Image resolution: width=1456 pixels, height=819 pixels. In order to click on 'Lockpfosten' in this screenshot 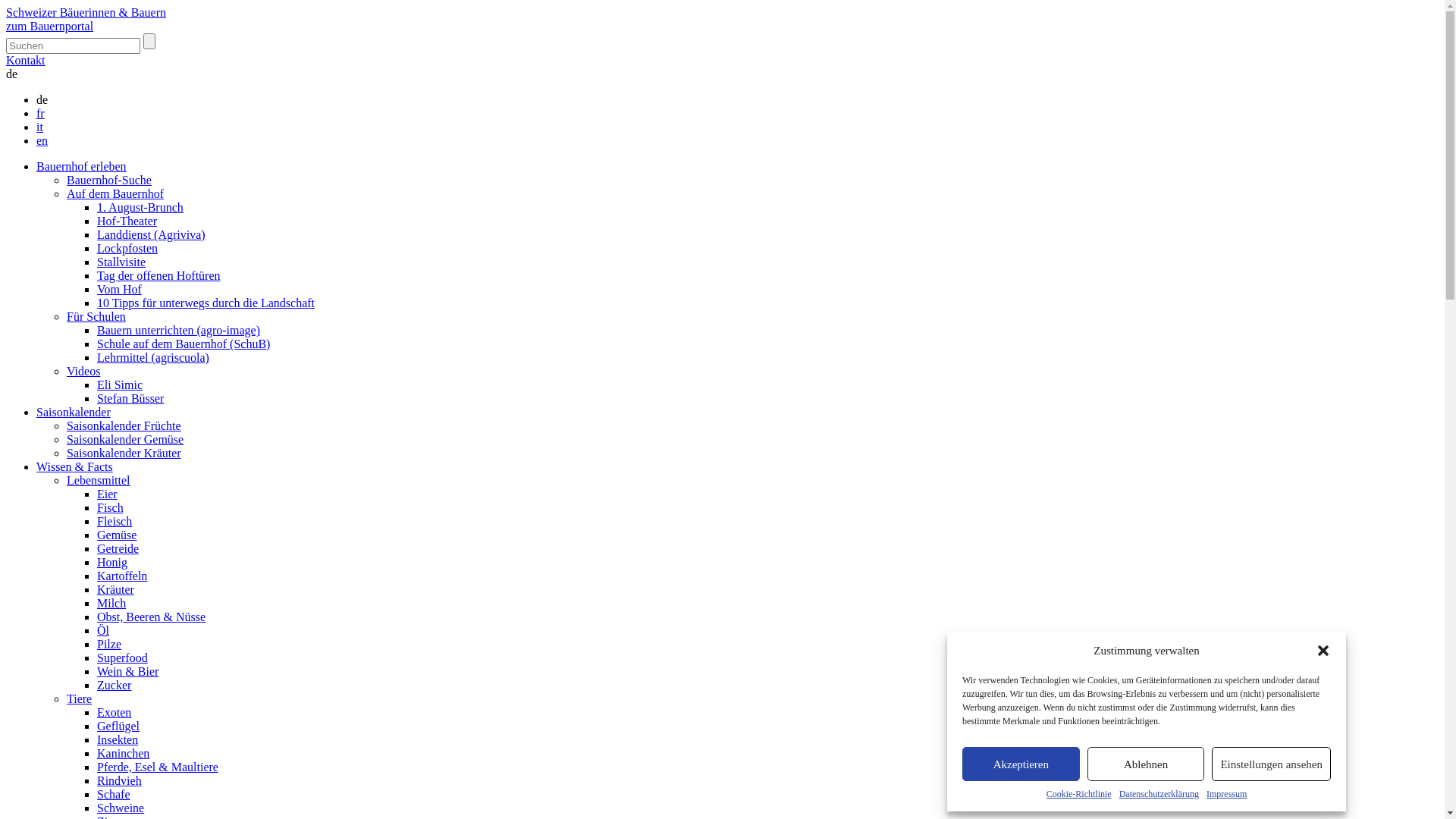, I will do `click(127, 247)`.